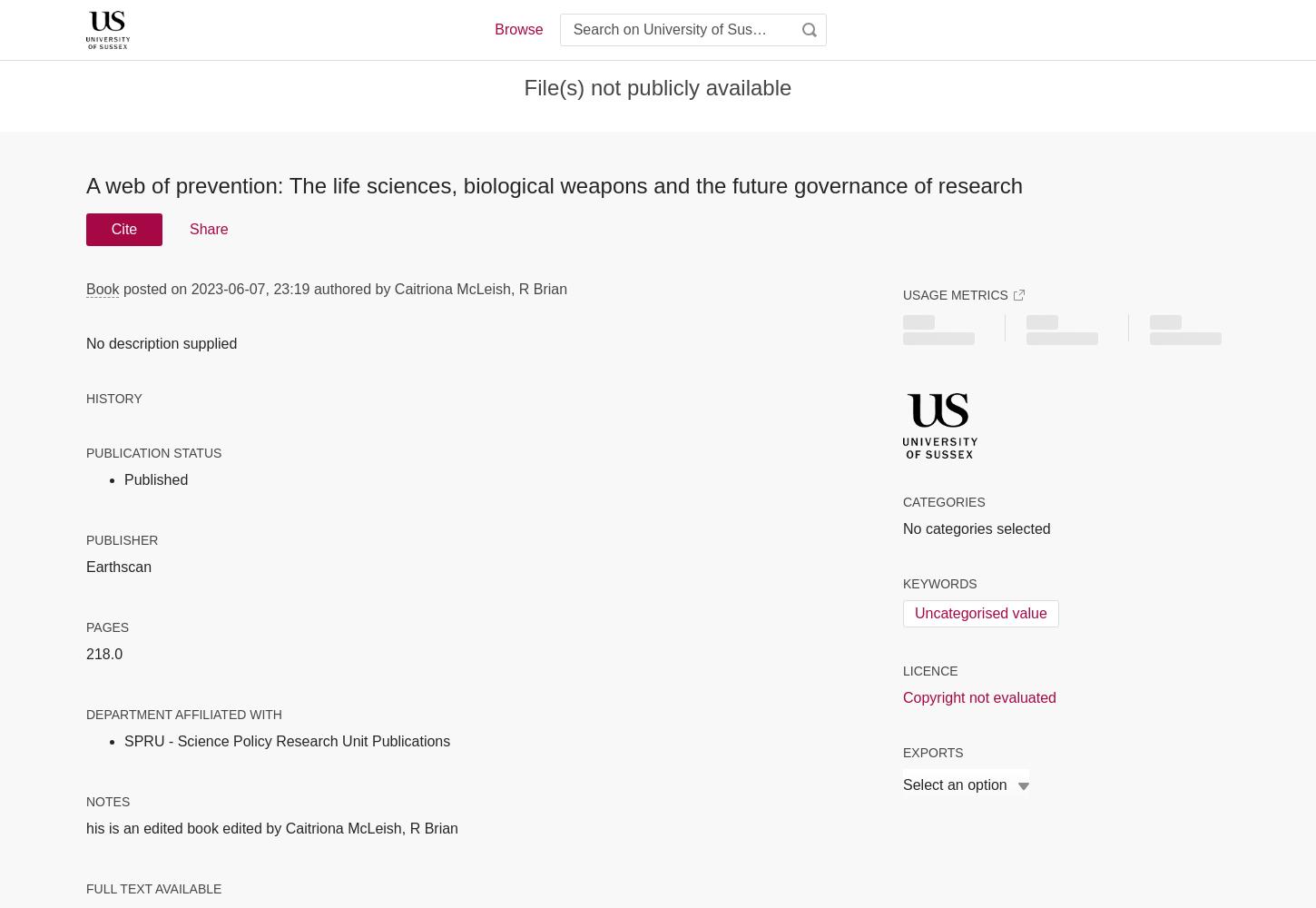 This screenshot has width=1316, height=908. I want to click on 'his is an edited book edited by Caitriona McLeish, R Brian', so click(85, 827).